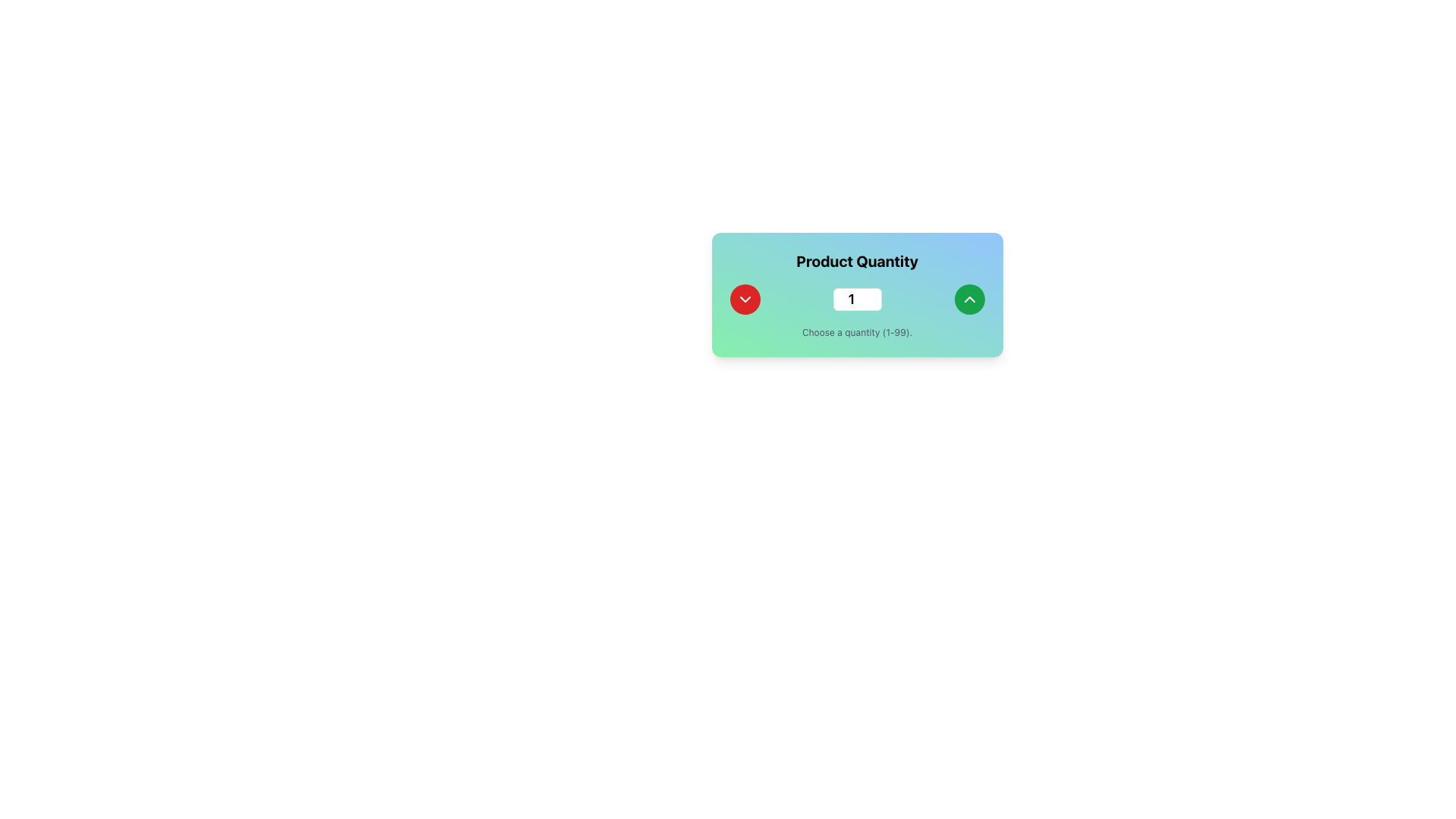  What do you see at coordinates (745, 299) in the screenshot?
I see `the circular red button with a white downward arrow icon to observe its hover effect` at bounding box center [745, 299].